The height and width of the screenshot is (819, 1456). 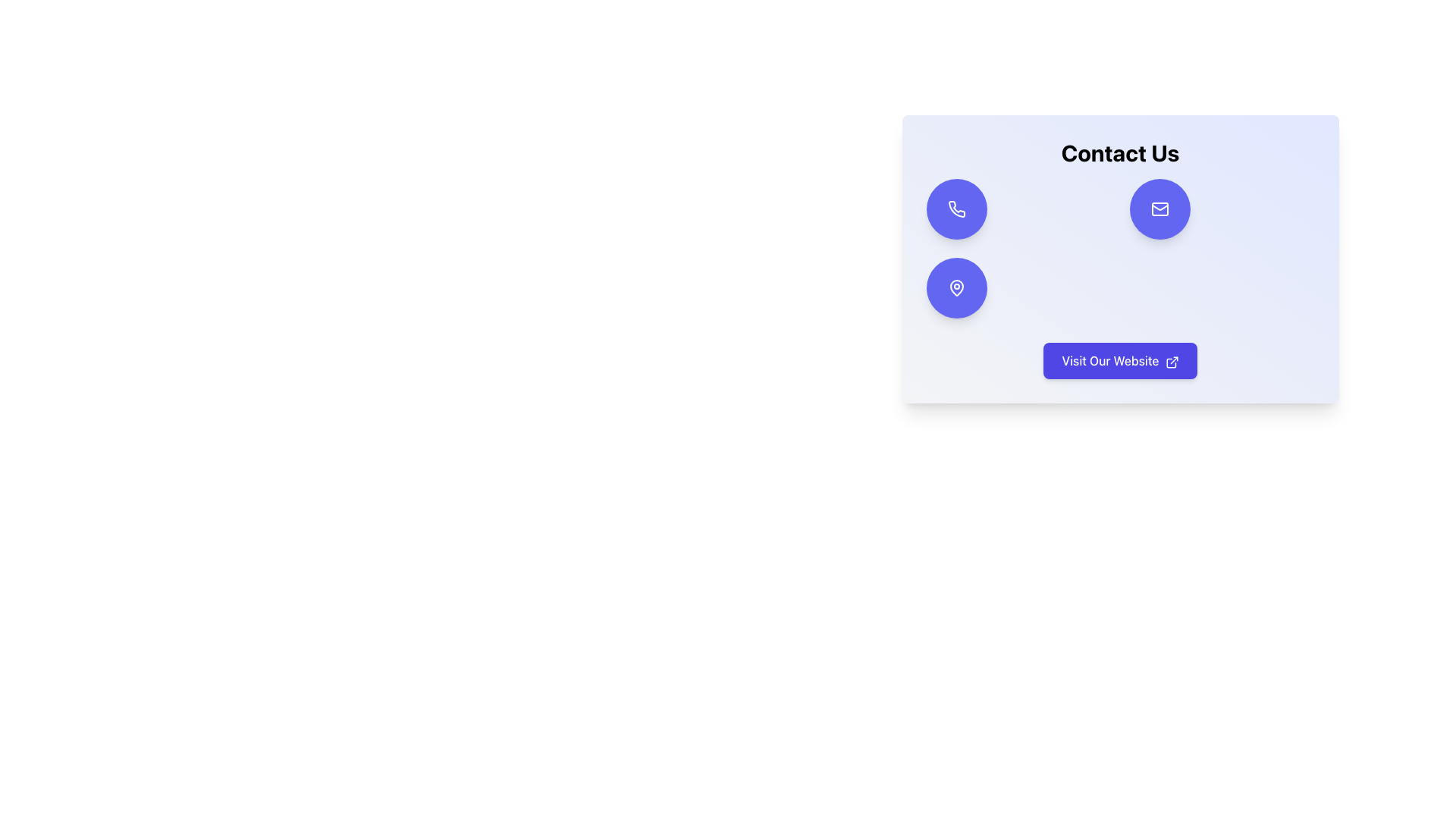 I want to click on the circular deep indigo button with a white phone icon located in the 'Contact Us' section, so click(x=955, y=209).